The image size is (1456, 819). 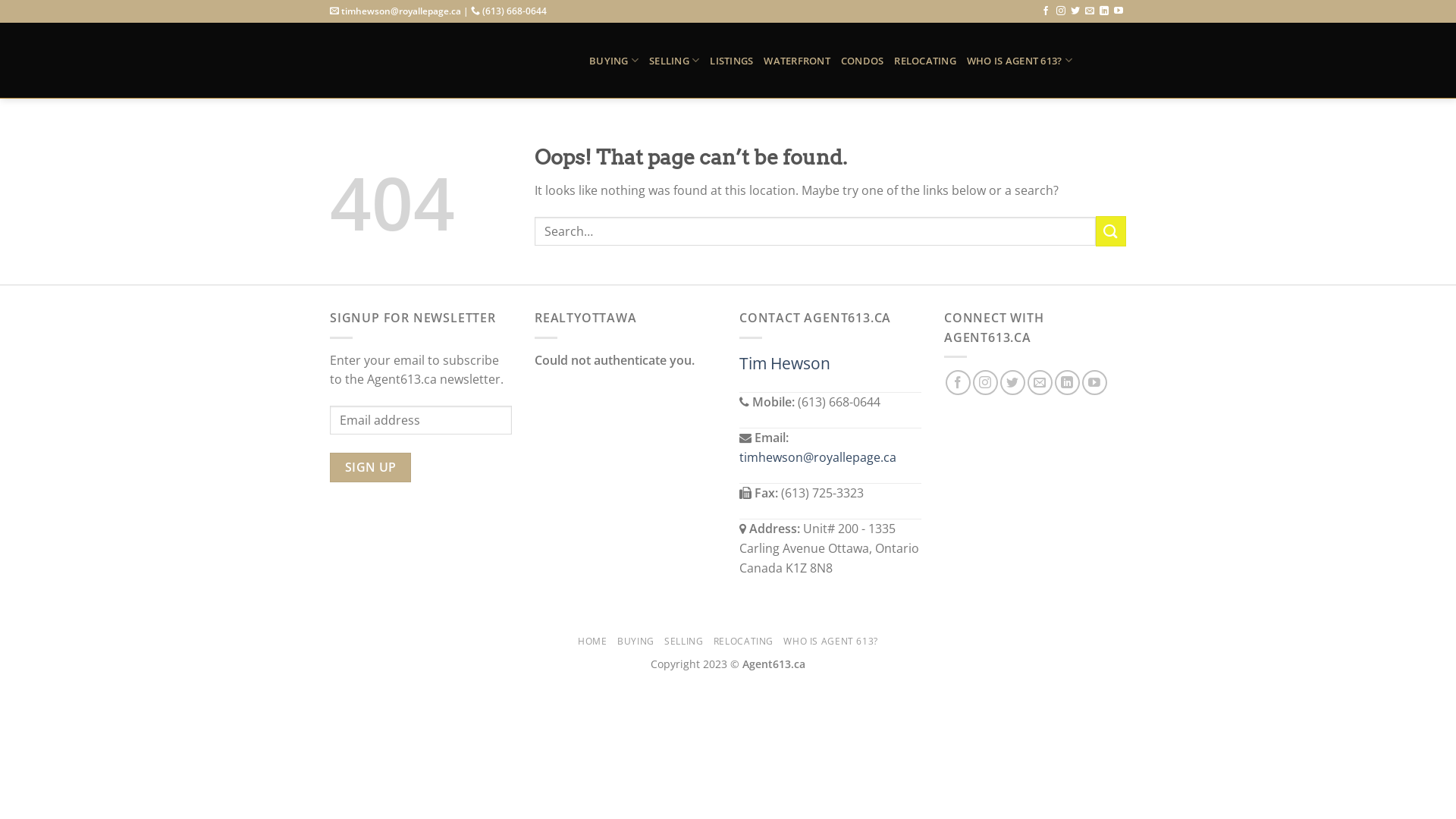 I want to click on 'Sign up', so click(x=370, y=466).